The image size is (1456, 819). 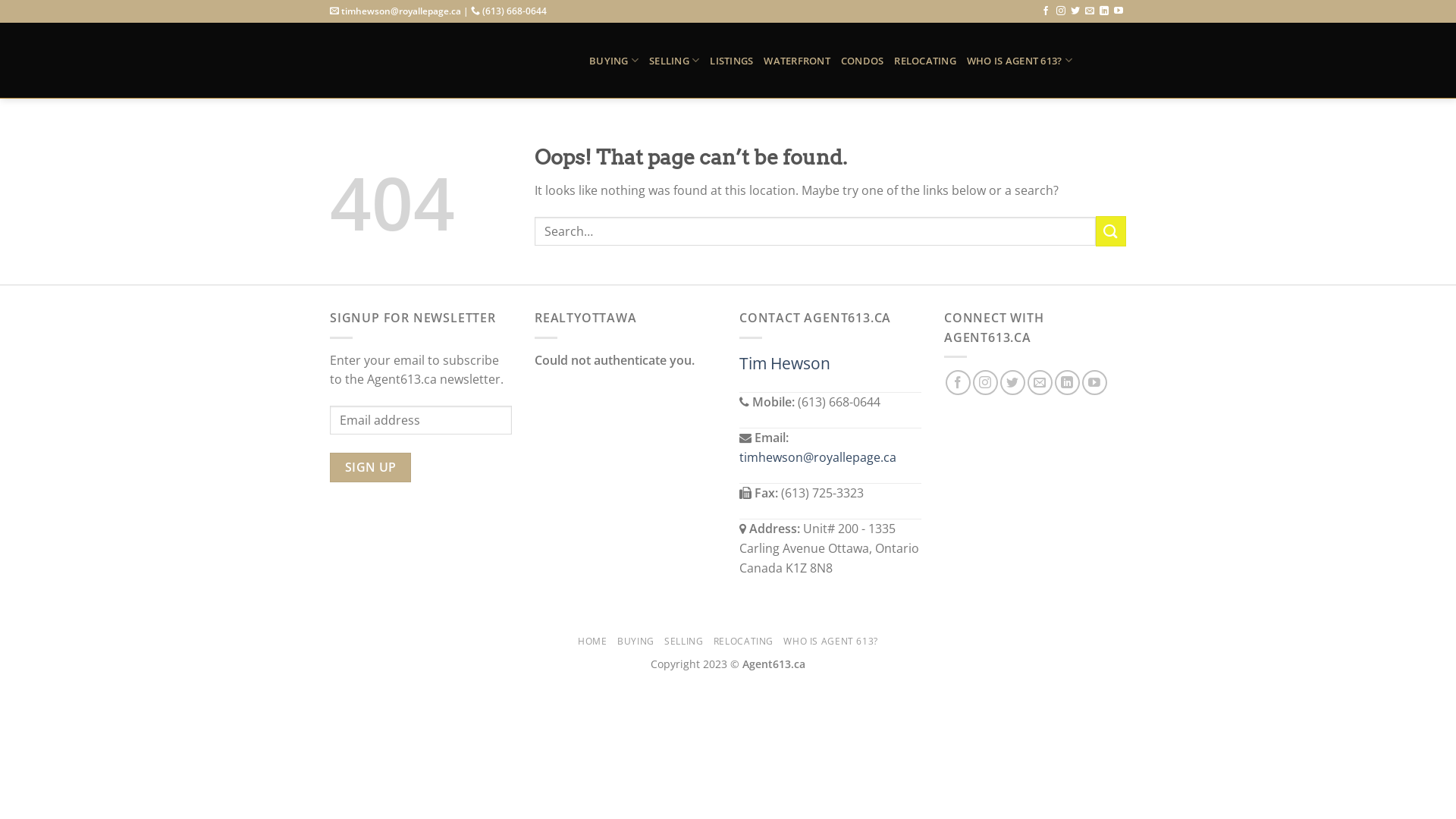 I want to click on 'Sign up', so click(x=370, y=466).